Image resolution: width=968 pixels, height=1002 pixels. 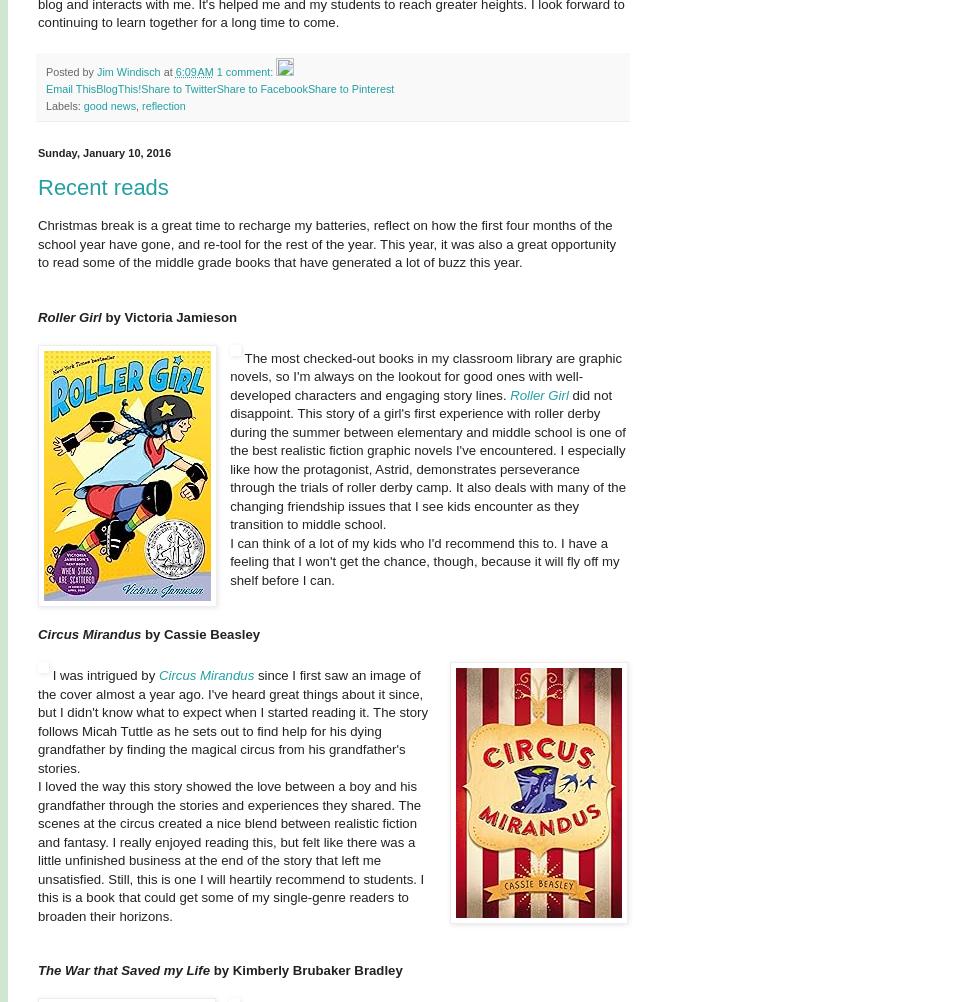 What do you see at coordinates (163, 105) in the screenshot?
I see `'reflection'` at bounding box center [163, 105].